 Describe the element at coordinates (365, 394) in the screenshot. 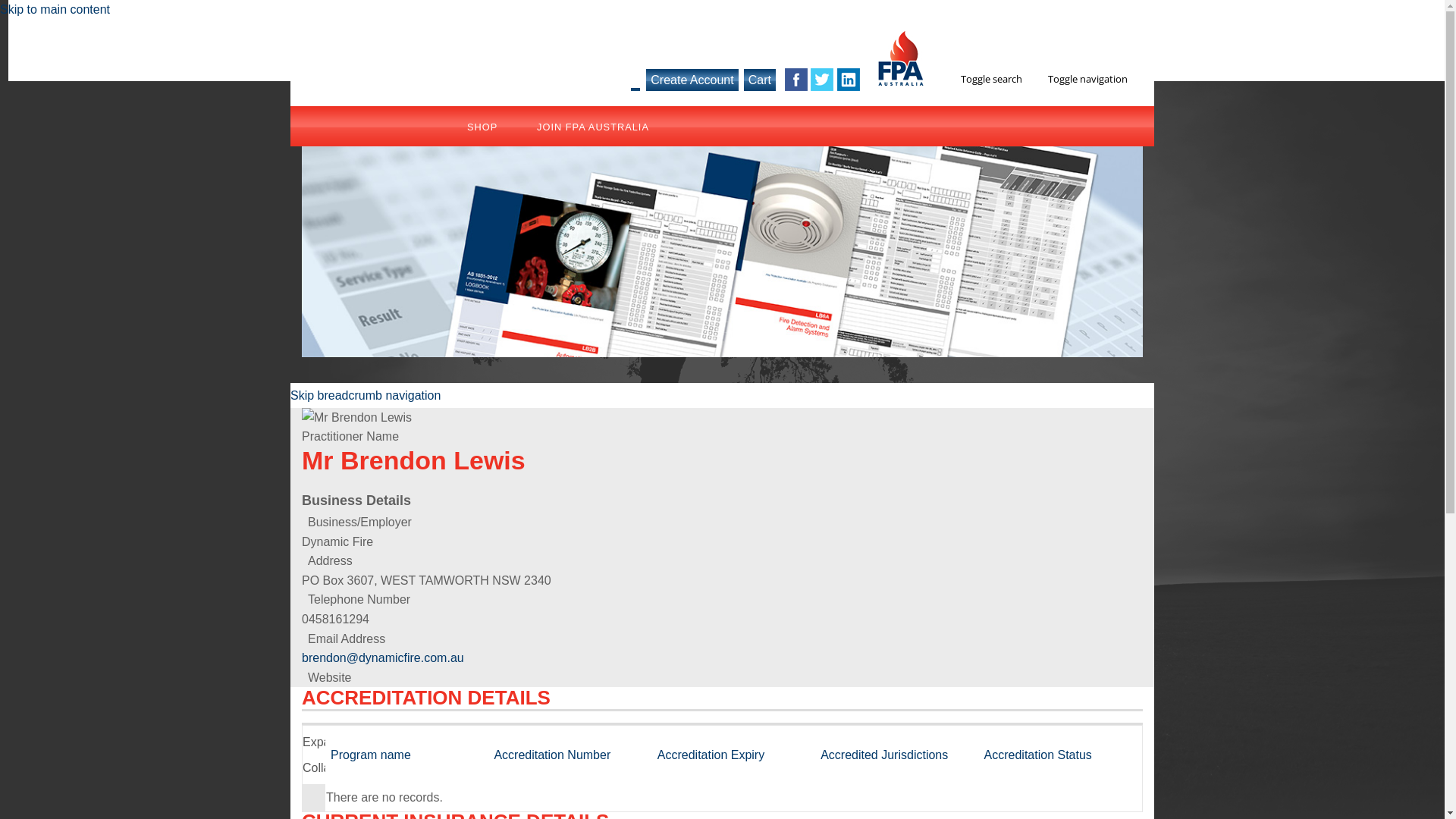

I see `'Skip breadcrumb navigation'` at that location.